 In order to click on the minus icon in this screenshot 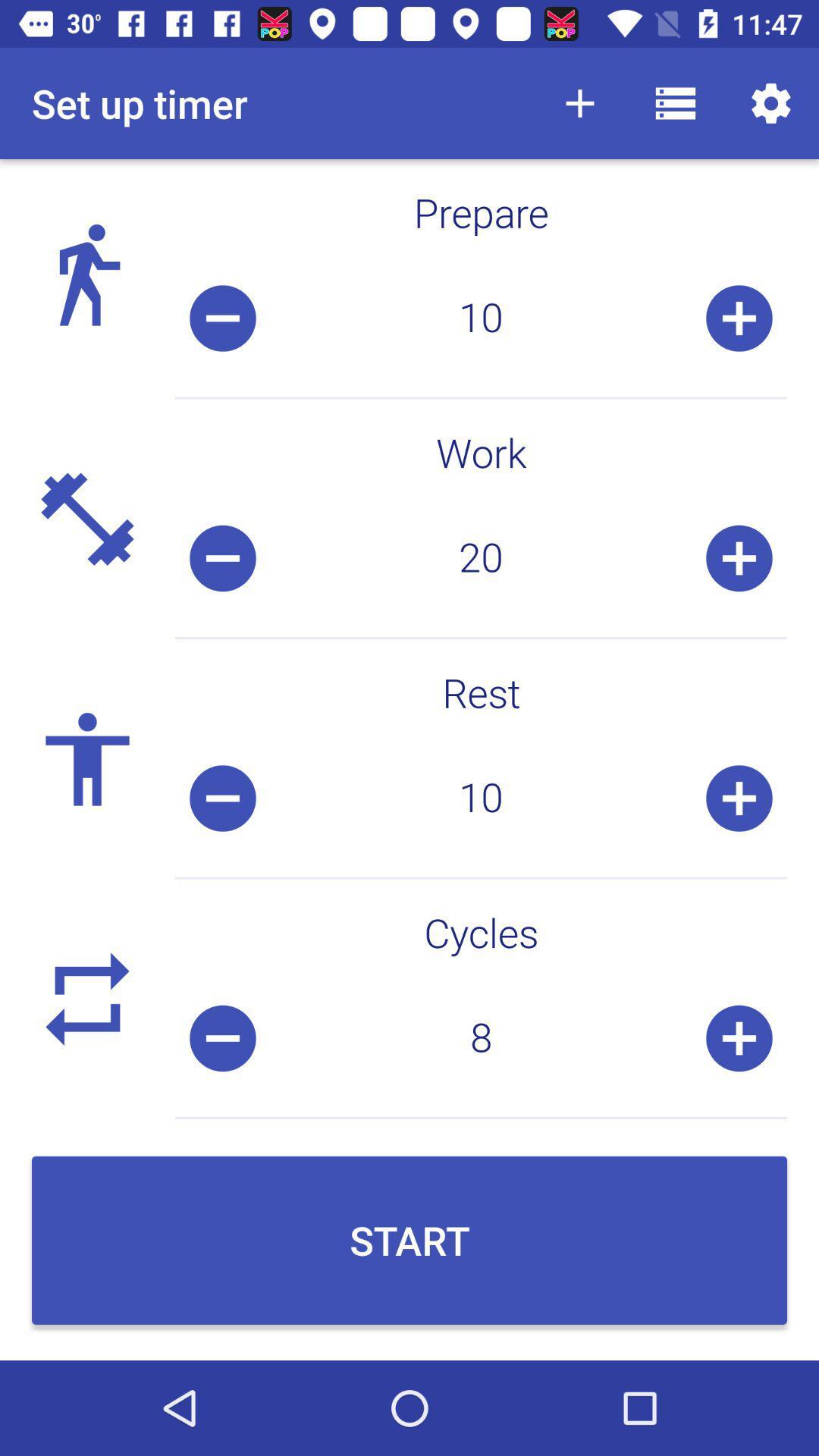, I will do `click(222, 797)`.